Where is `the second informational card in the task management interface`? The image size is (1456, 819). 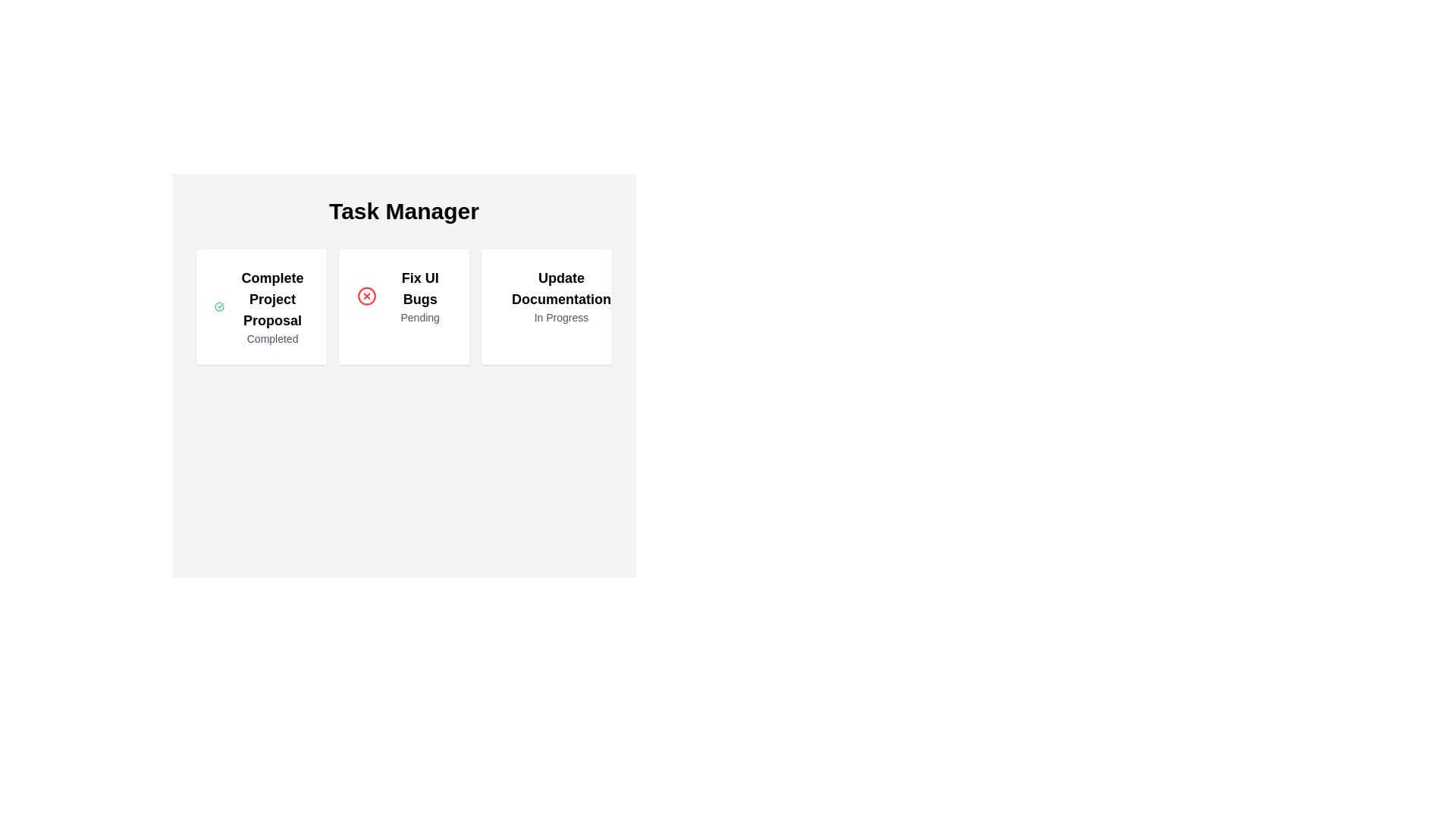 the second informational card in the task management interface is located at coordinates (403, 307).